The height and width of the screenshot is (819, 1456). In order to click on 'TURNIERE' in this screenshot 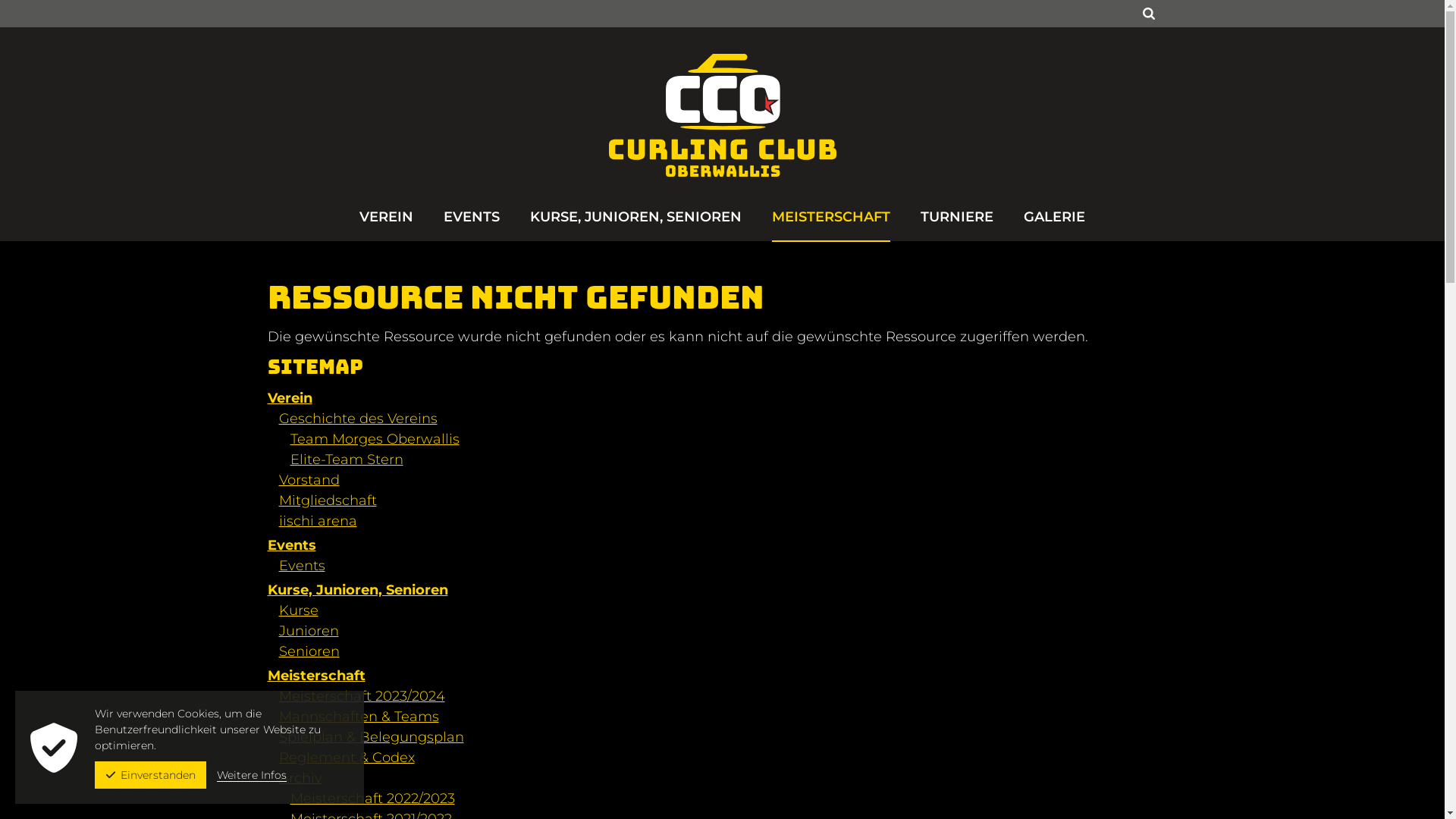, I will do `click(956, 224)`.